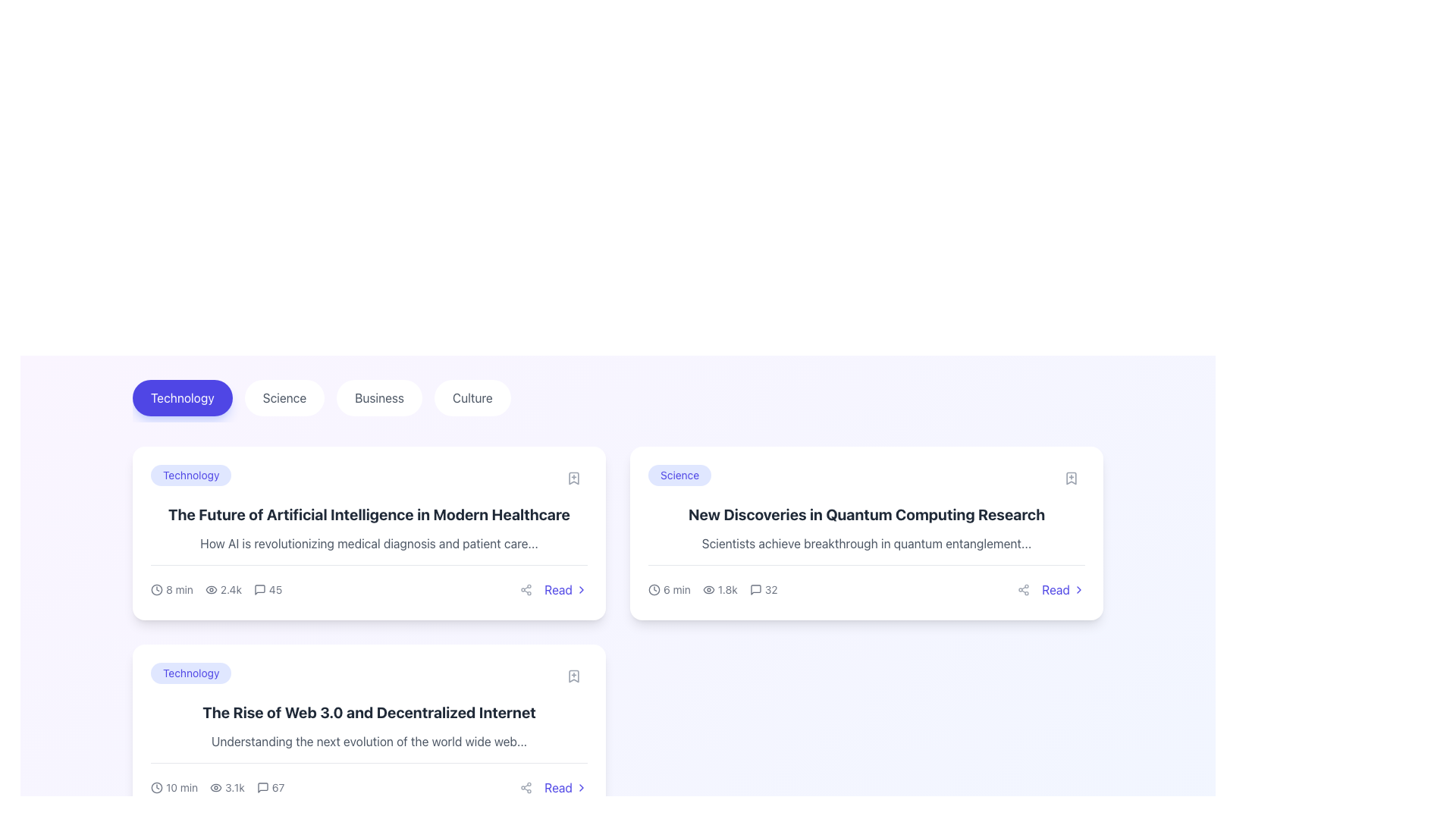 Image resolution: width=1456 pixels, height=819 pixels. Describe the element at coordinates (1070, 479) in the screenshot. I see `the bookmark icon located in the top-right corner of the 'New Discoveries in Quantum Computing Research' card` at that location.